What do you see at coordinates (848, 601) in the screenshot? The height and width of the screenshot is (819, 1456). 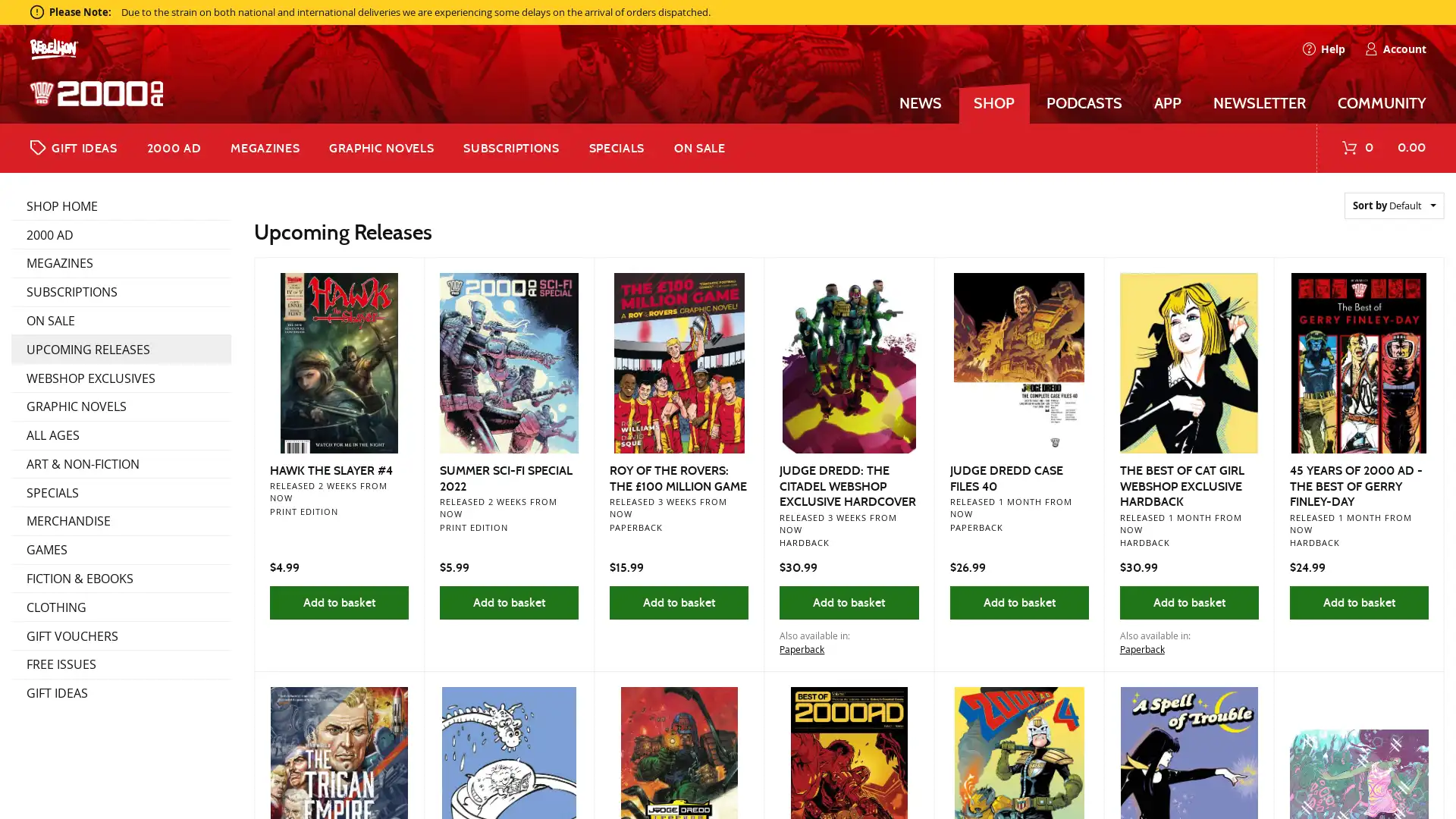 I see `Add to basket` at bounding box center [848, 601].